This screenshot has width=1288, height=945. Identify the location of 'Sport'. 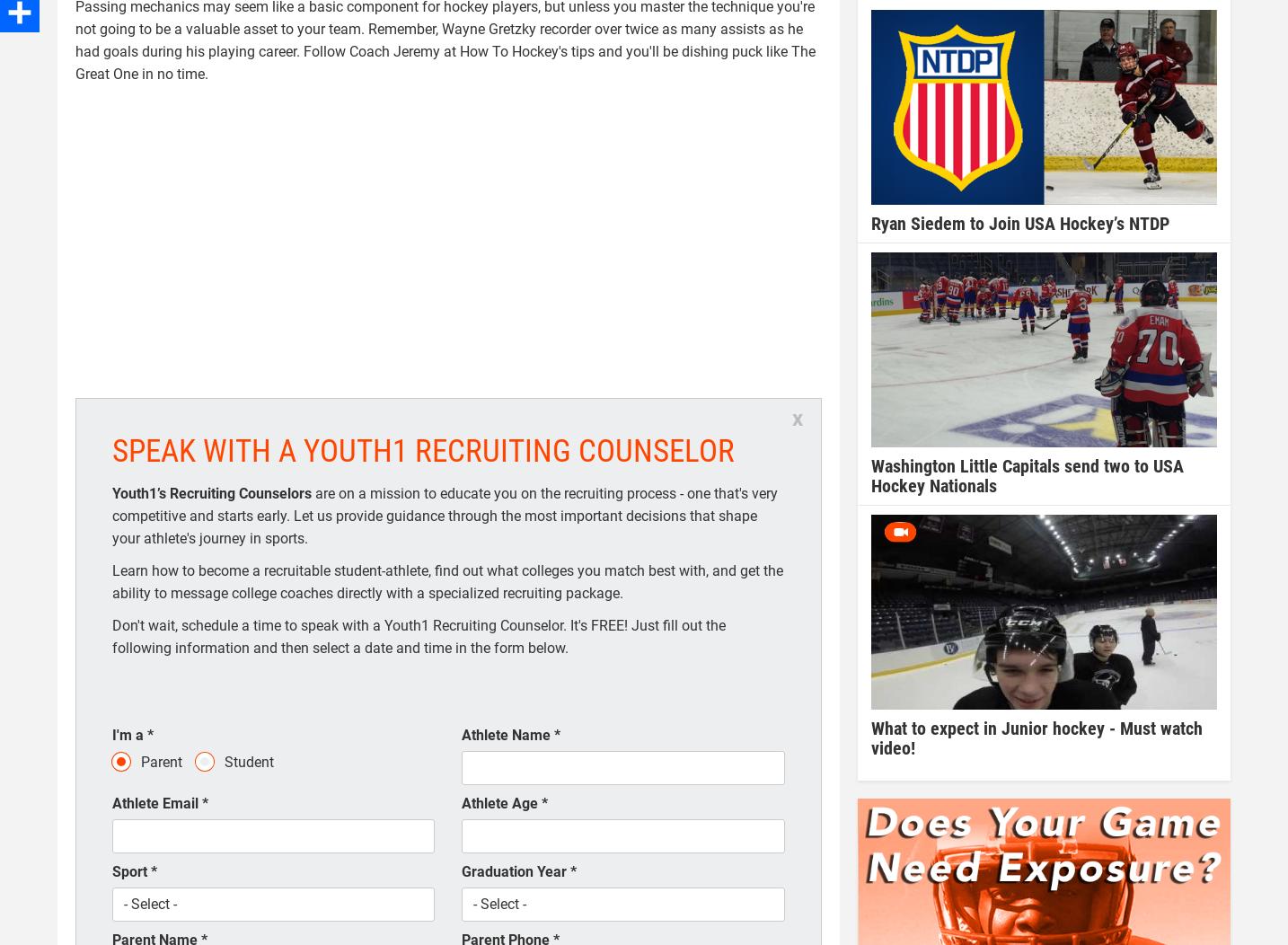
(131, 871).